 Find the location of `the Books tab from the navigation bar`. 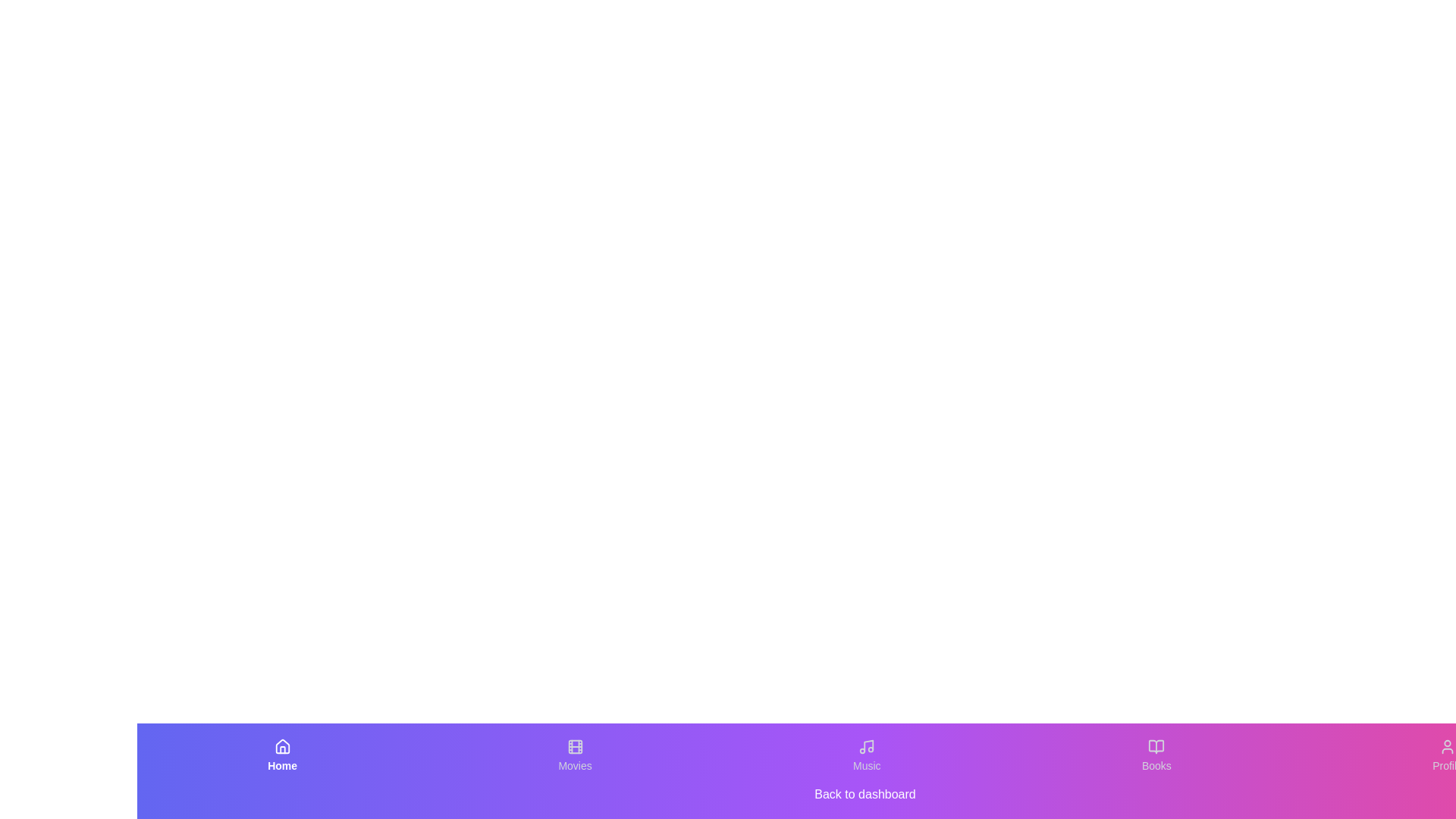

the Books tab from the navigation bar is located at coordinates (1156, 755).